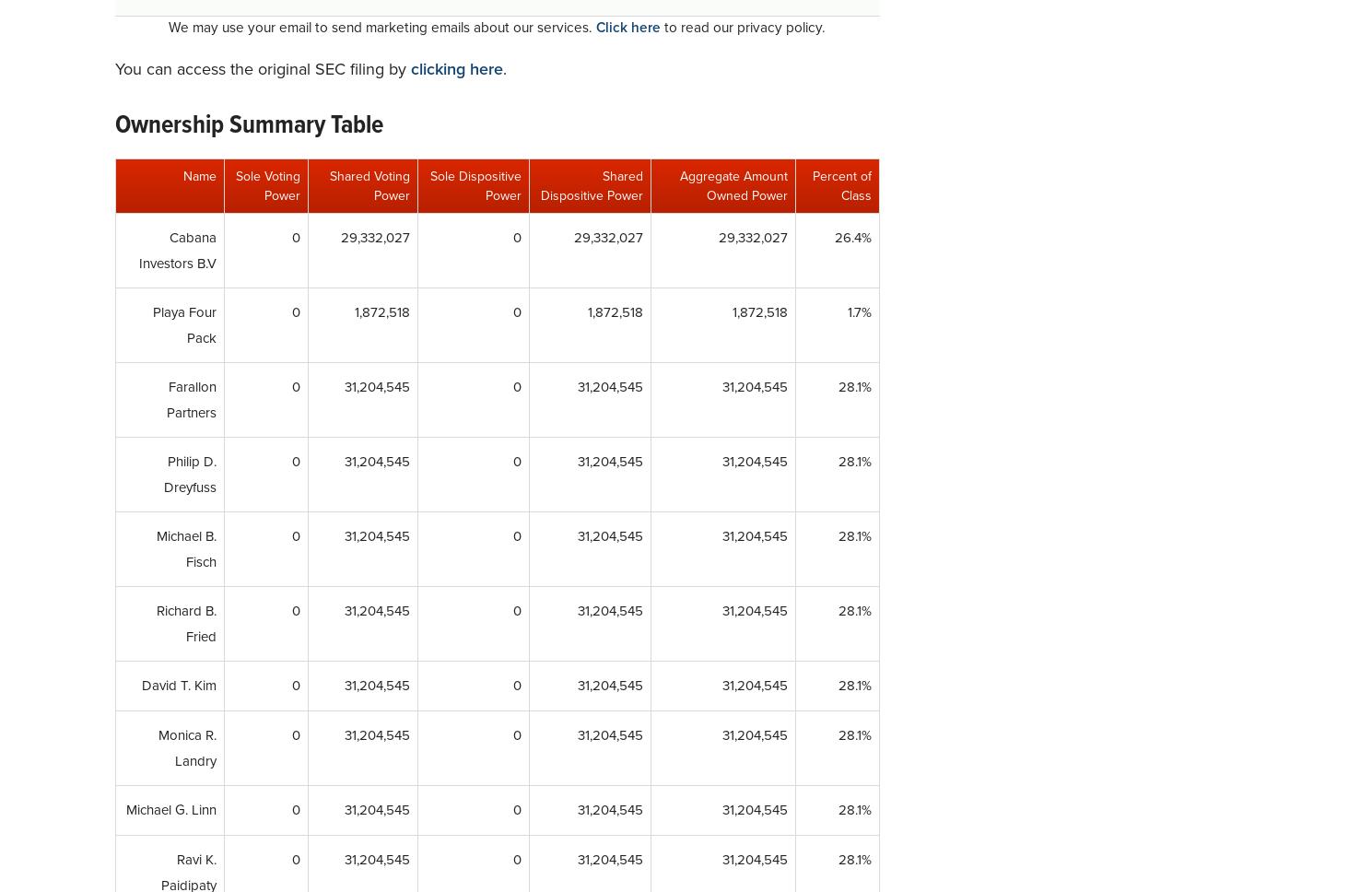 The width and height of the screenshot is (1372, 892). Describe the element at coordinates (733, 186) in the screenshot. I see `'Aggregate Amount Owned Power'` at that location.